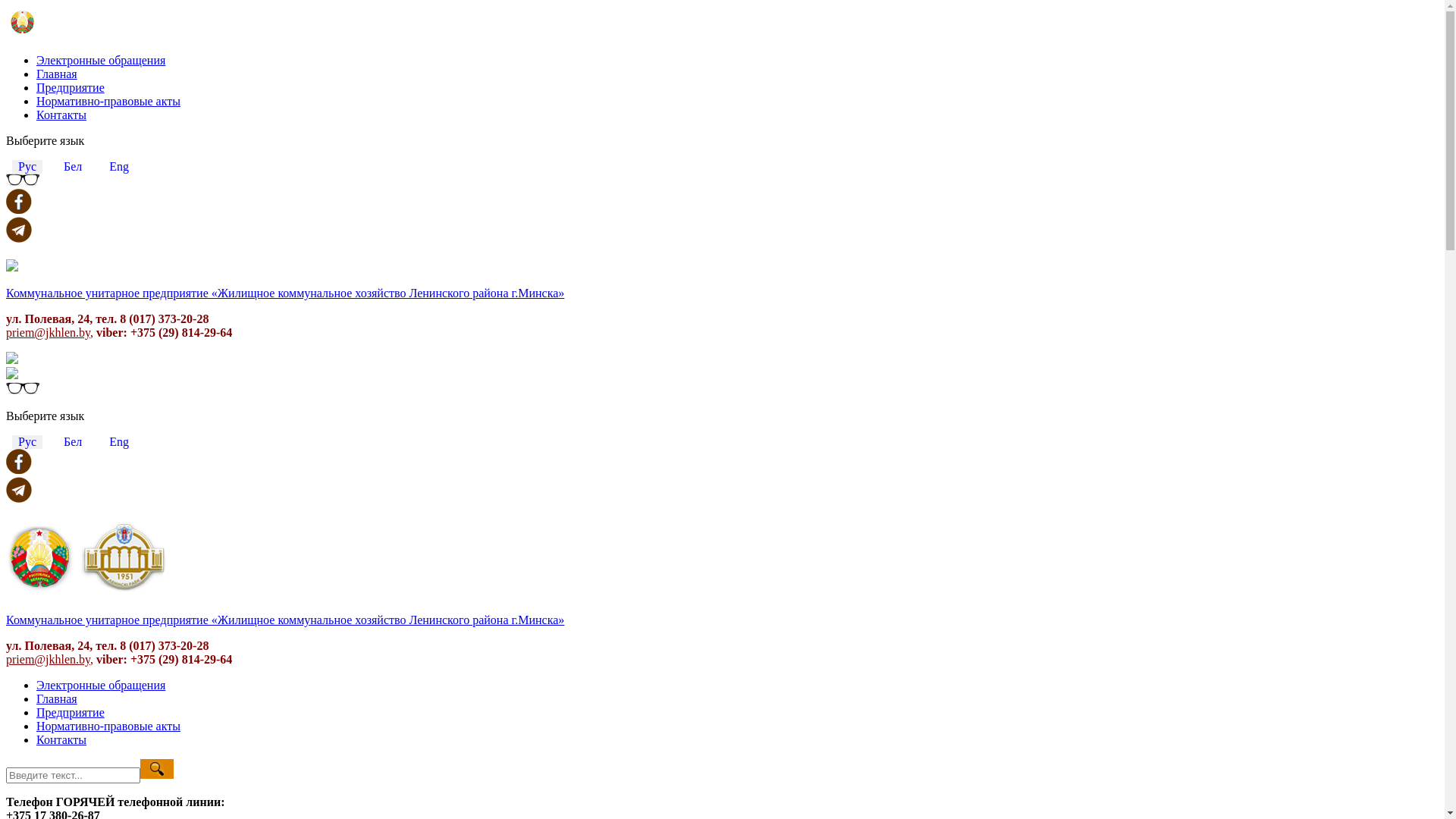 The height and width of the screenshot is (819, 1456). What do you see at coordinates (118, 441) in the screenshot?
I see `'Eng'` at bounding box center [118, 441].